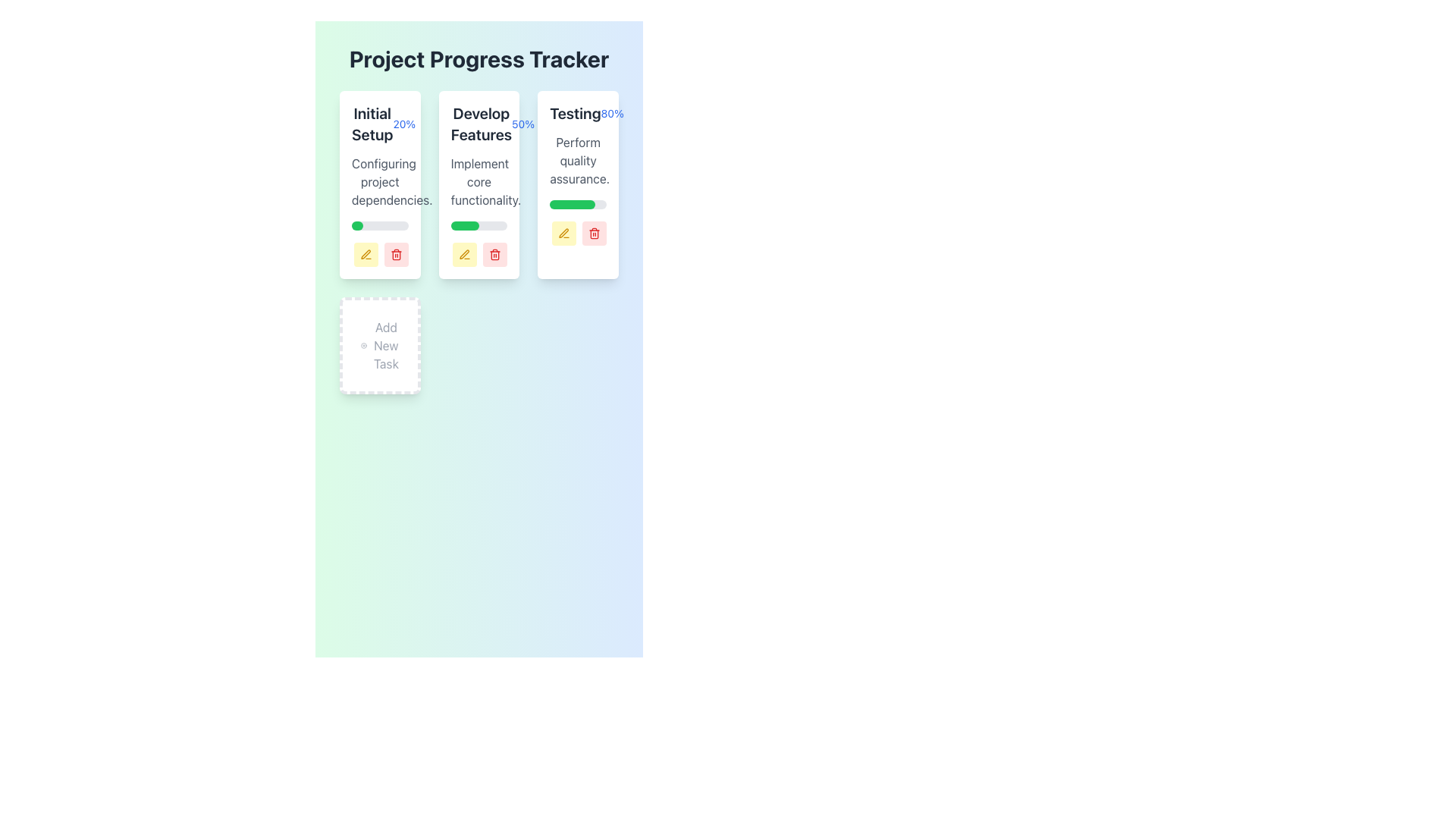 The image size is (1456, 819). I want to click on the progress bar located at the bottom of the 'Develop Features' card, which has a gray background and a green segment indicating 50% progress, so click(479, 225).